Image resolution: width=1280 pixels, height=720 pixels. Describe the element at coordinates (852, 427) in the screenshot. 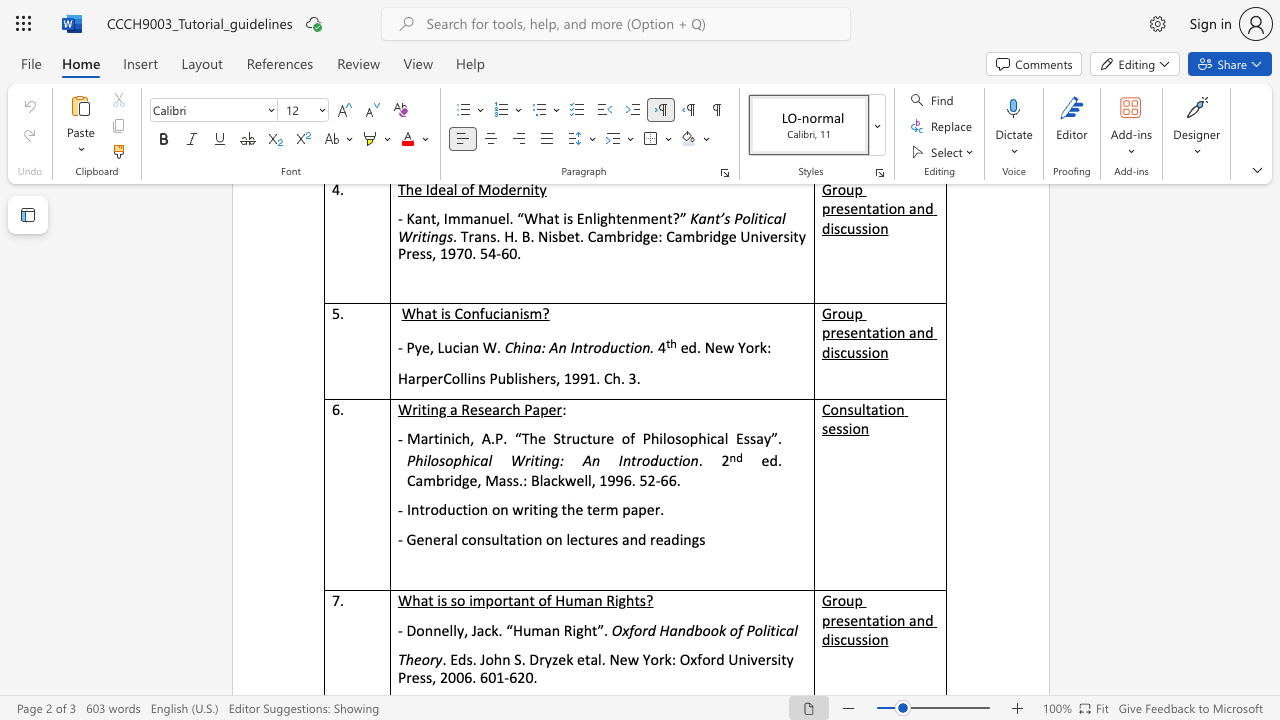

I see `the subset text "on" within the text "Consultation session"` at that location.